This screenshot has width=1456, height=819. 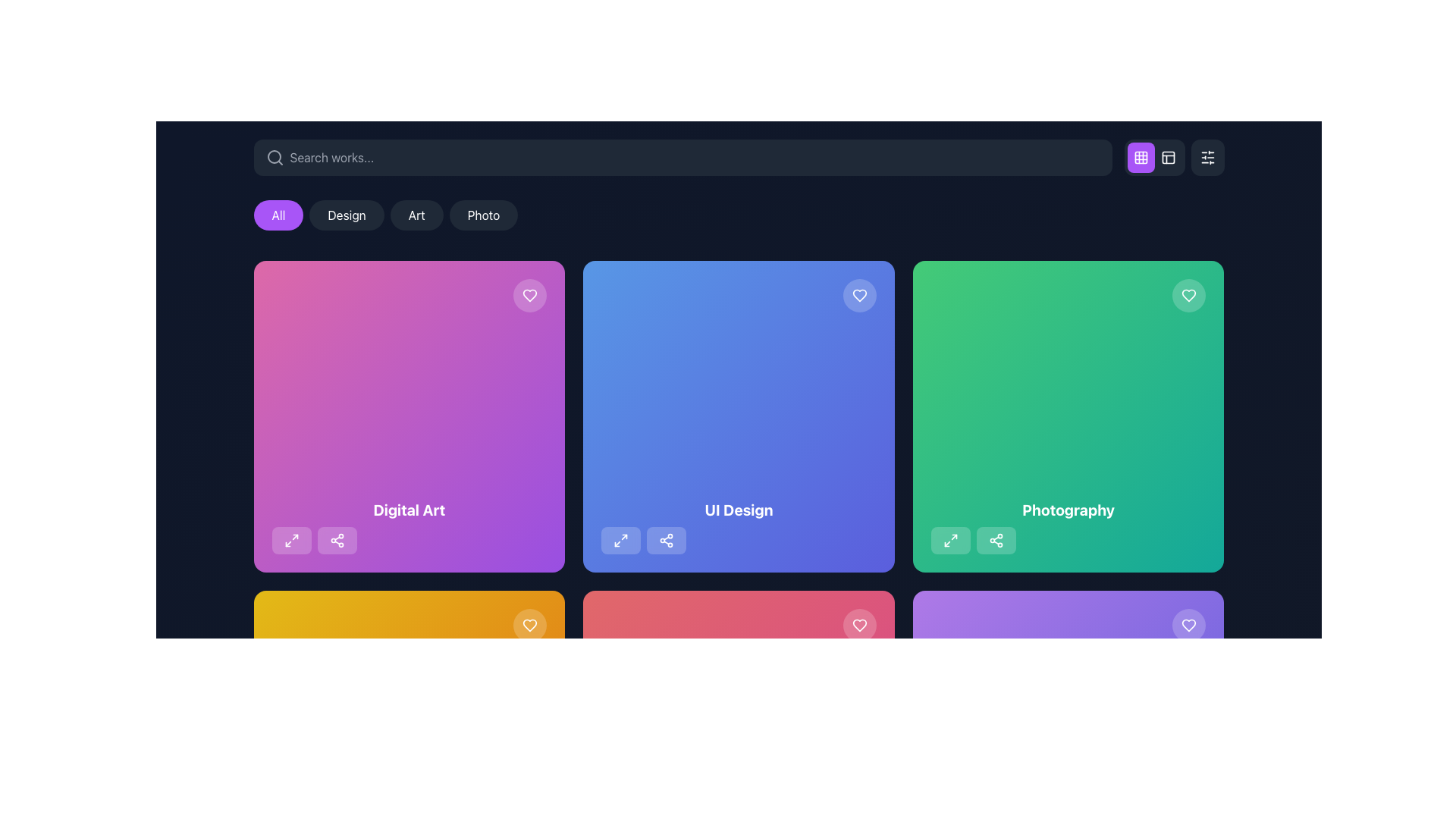 What do you see at coordinates (530, 625) in the screenshot?
I see `the heart icon button located in the top-right corner of the yellow card, which allows users to express a liking or favoriting action` at bounding box center [530, 625].